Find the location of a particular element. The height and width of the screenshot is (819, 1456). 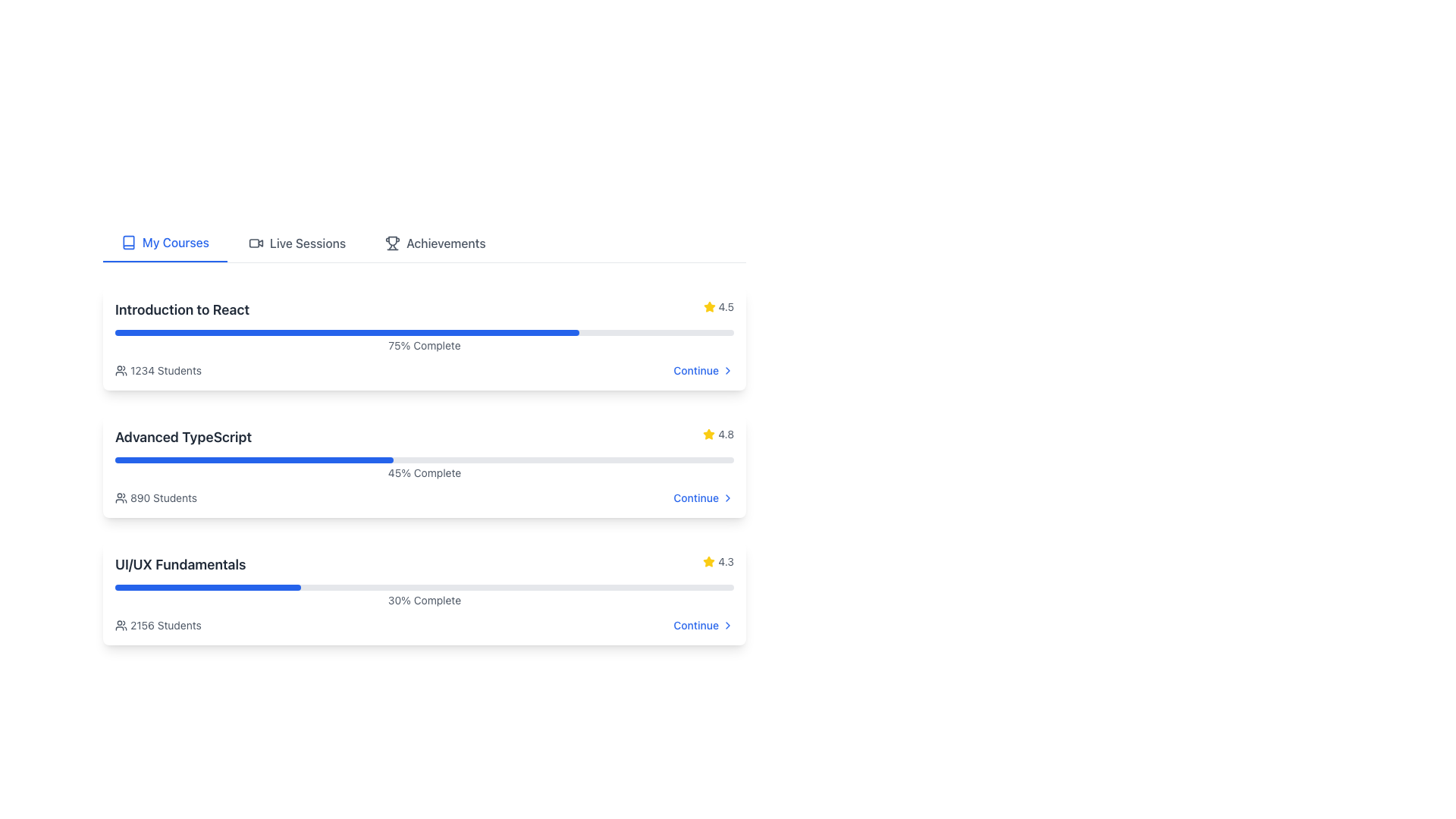

the gray-colored text label reading '30% Complete' which indicates progress in the 'UI/UX Fundamentals' section above the progress bar is located at coordinates (425, 599).